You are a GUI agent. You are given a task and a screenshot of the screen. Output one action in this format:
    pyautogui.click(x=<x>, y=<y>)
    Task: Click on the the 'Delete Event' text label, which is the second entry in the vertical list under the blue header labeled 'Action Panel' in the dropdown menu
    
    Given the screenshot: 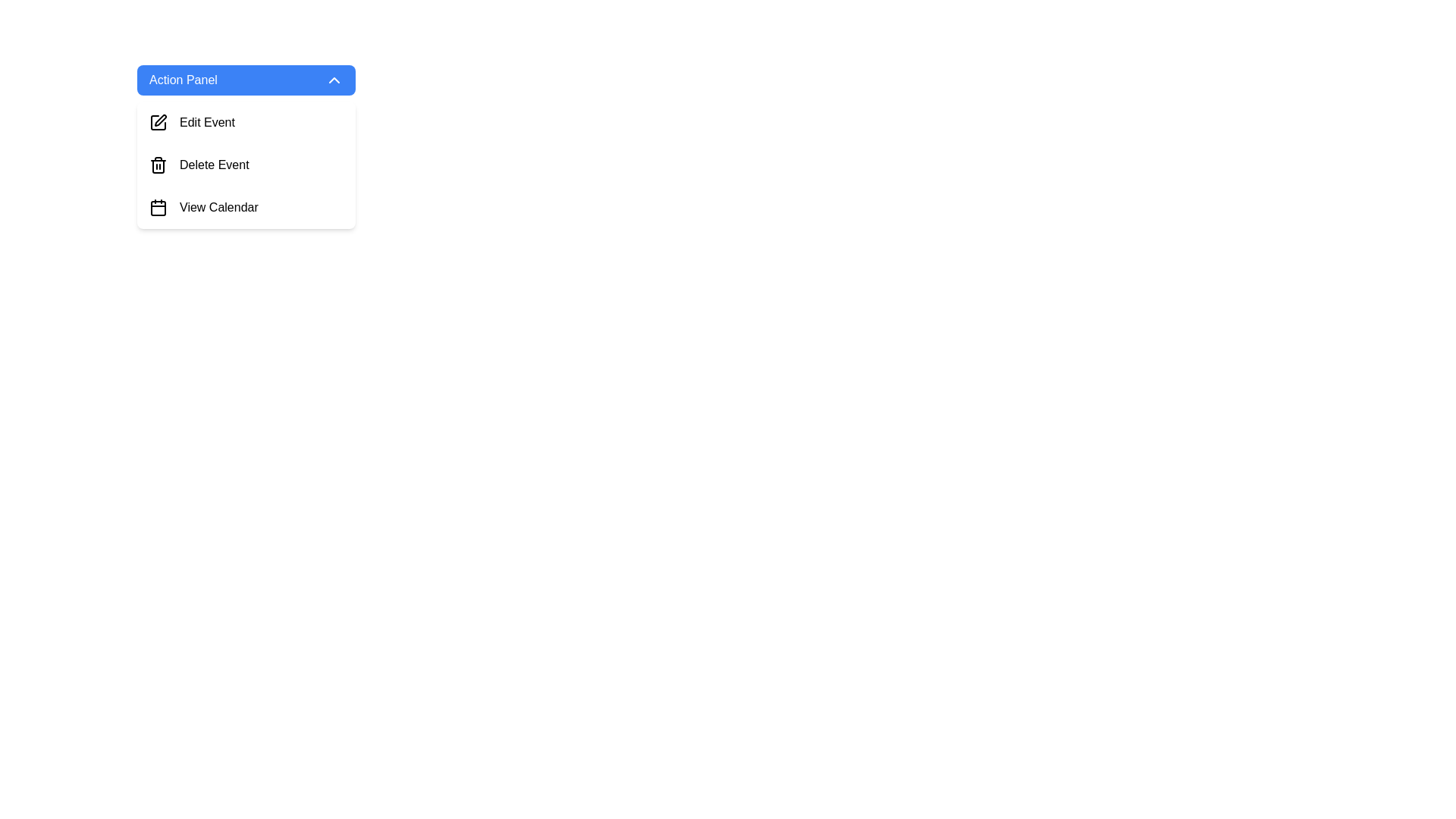 What is the action you would take?
    pyautogui.click(x=213, y=165)
    